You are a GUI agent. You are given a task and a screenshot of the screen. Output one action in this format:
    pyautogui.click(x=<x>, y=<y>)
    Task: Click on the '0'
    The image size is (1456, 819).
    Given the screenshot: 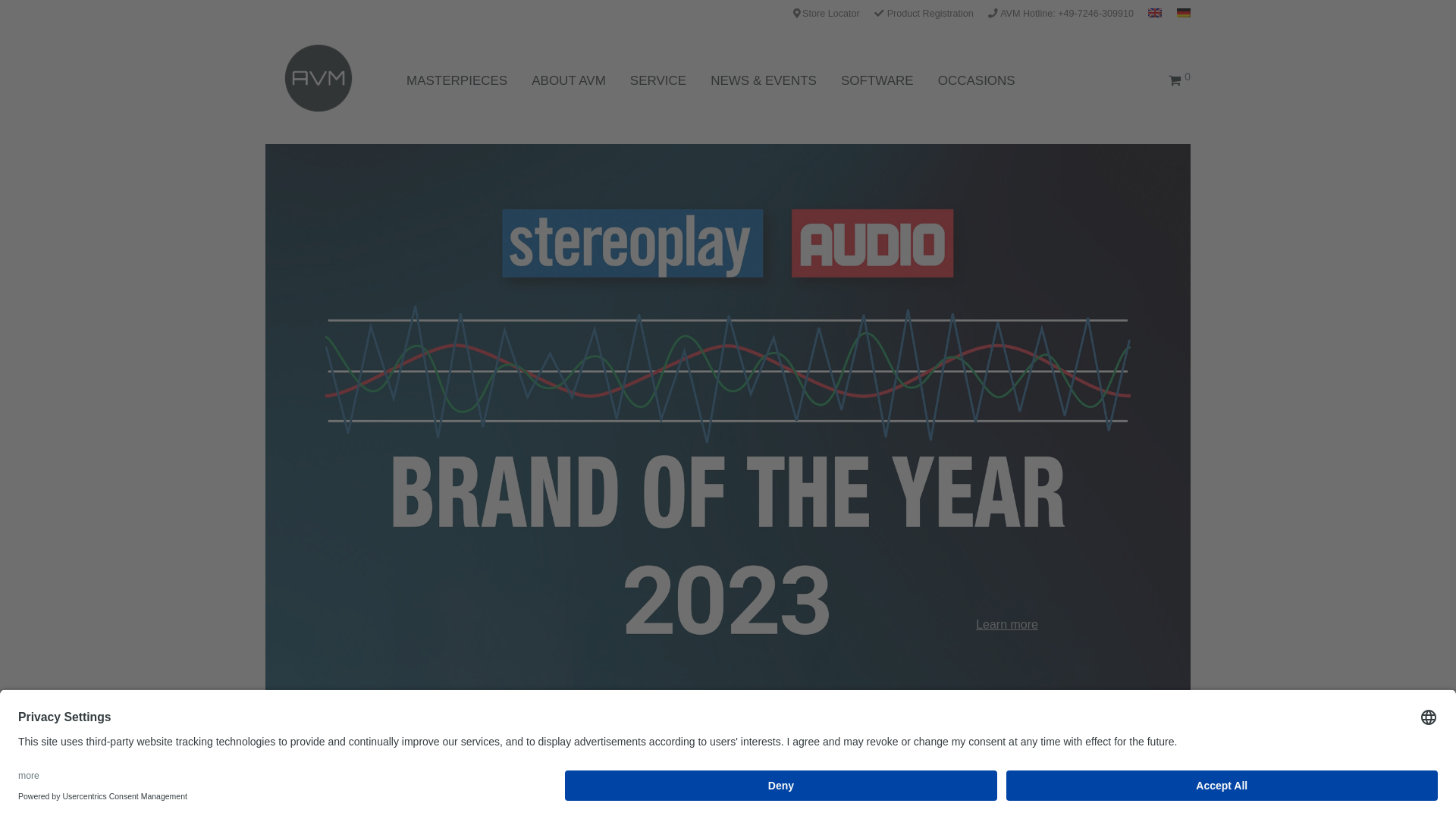 What is the action you would take?
    pyautogui.click(x=1178, y=80)
    